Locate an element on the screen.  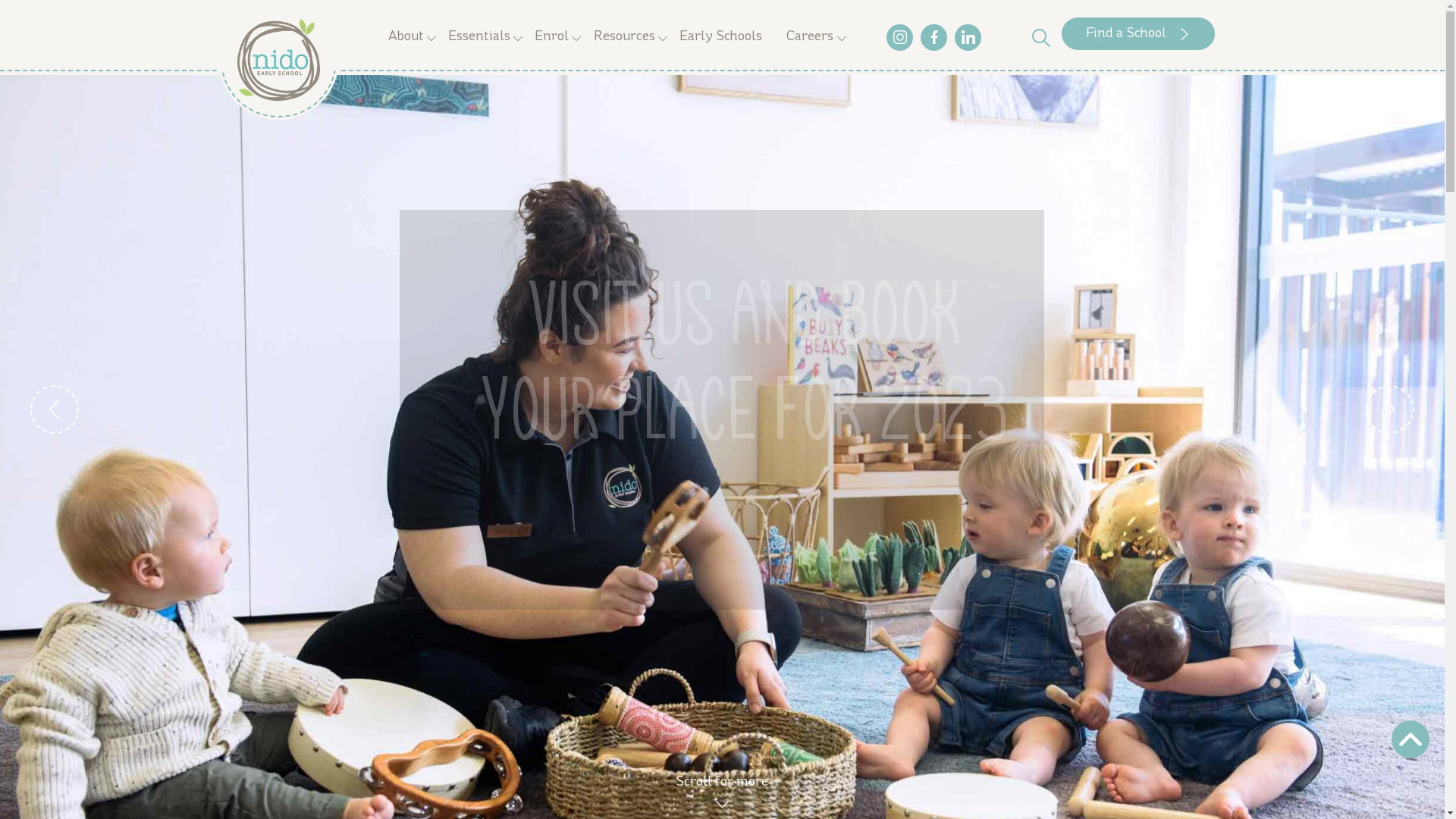
'About' is located at coordinates (405, 36).